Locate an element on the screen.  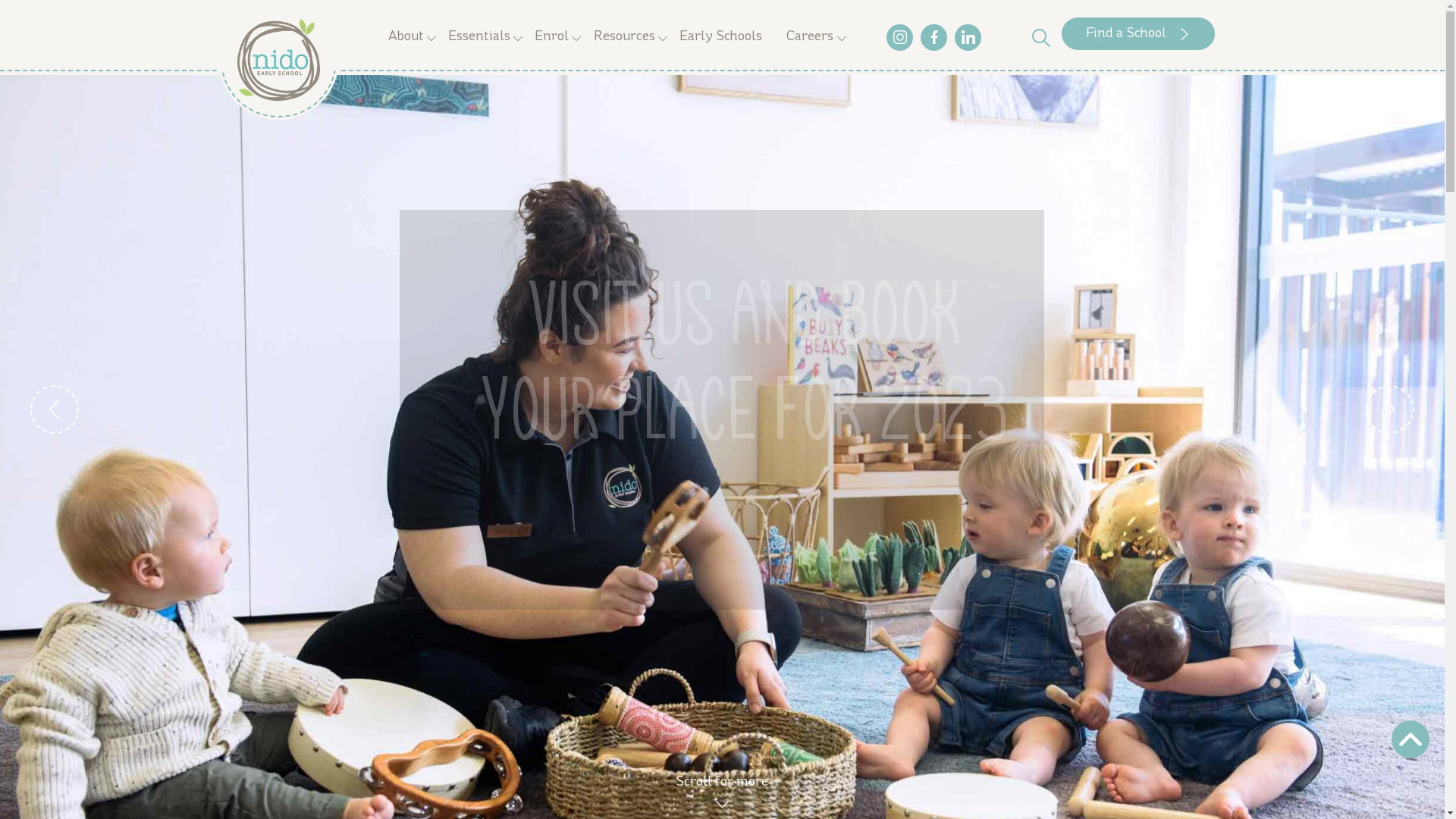
'About' is located at coordinates (405, 36).